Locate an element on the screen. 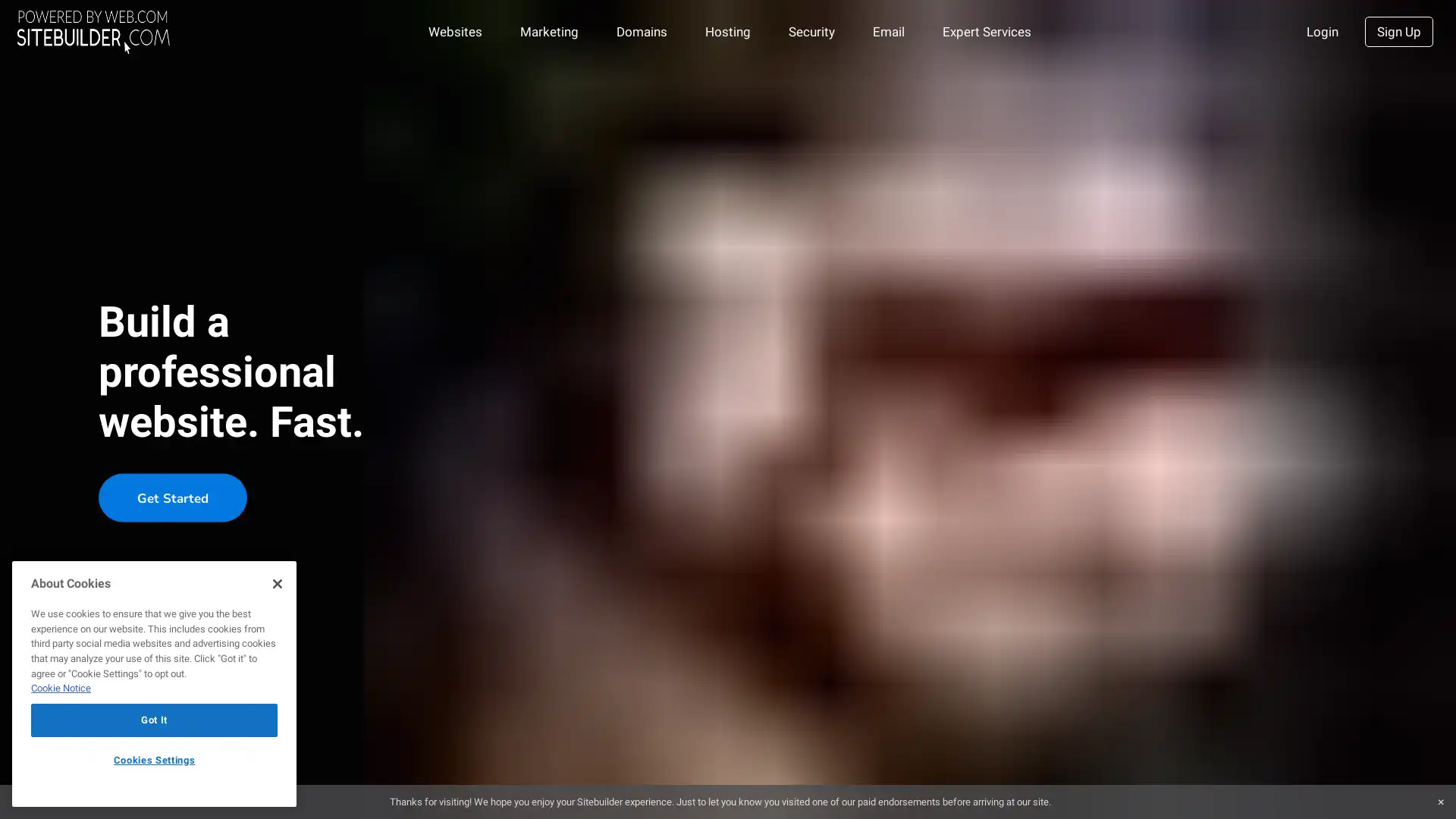 Image resolution: width=1456 pixels, height=819 pixels. Got It is located at coordinates (154, 719).